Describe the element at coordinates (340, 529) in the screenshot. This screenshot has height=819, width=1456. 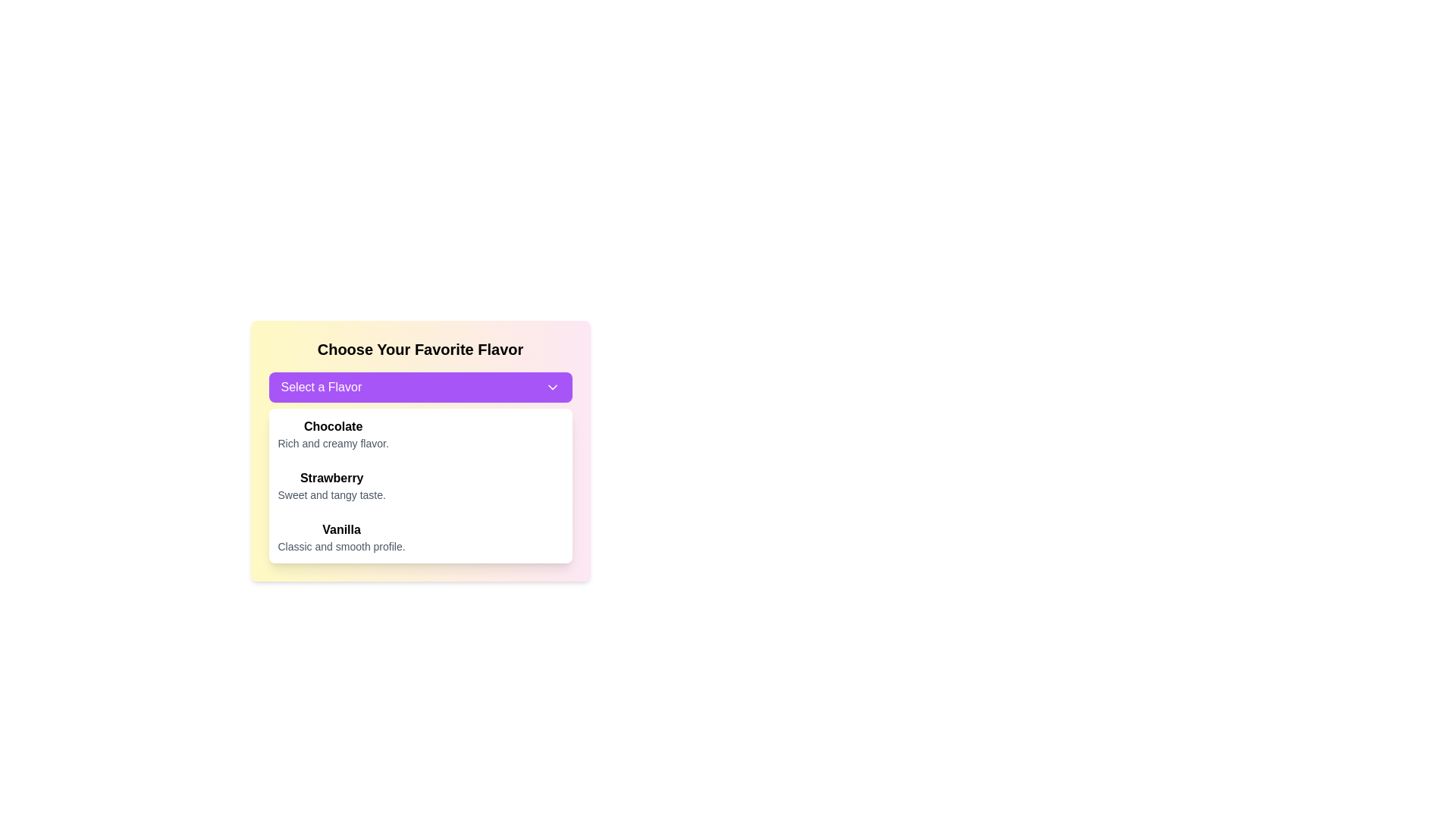
I see `the static text label indicating a selectable flavor option in the dropdown list, located at the bottom row following 'Chocolate' and 'Strawberry'` at that location.